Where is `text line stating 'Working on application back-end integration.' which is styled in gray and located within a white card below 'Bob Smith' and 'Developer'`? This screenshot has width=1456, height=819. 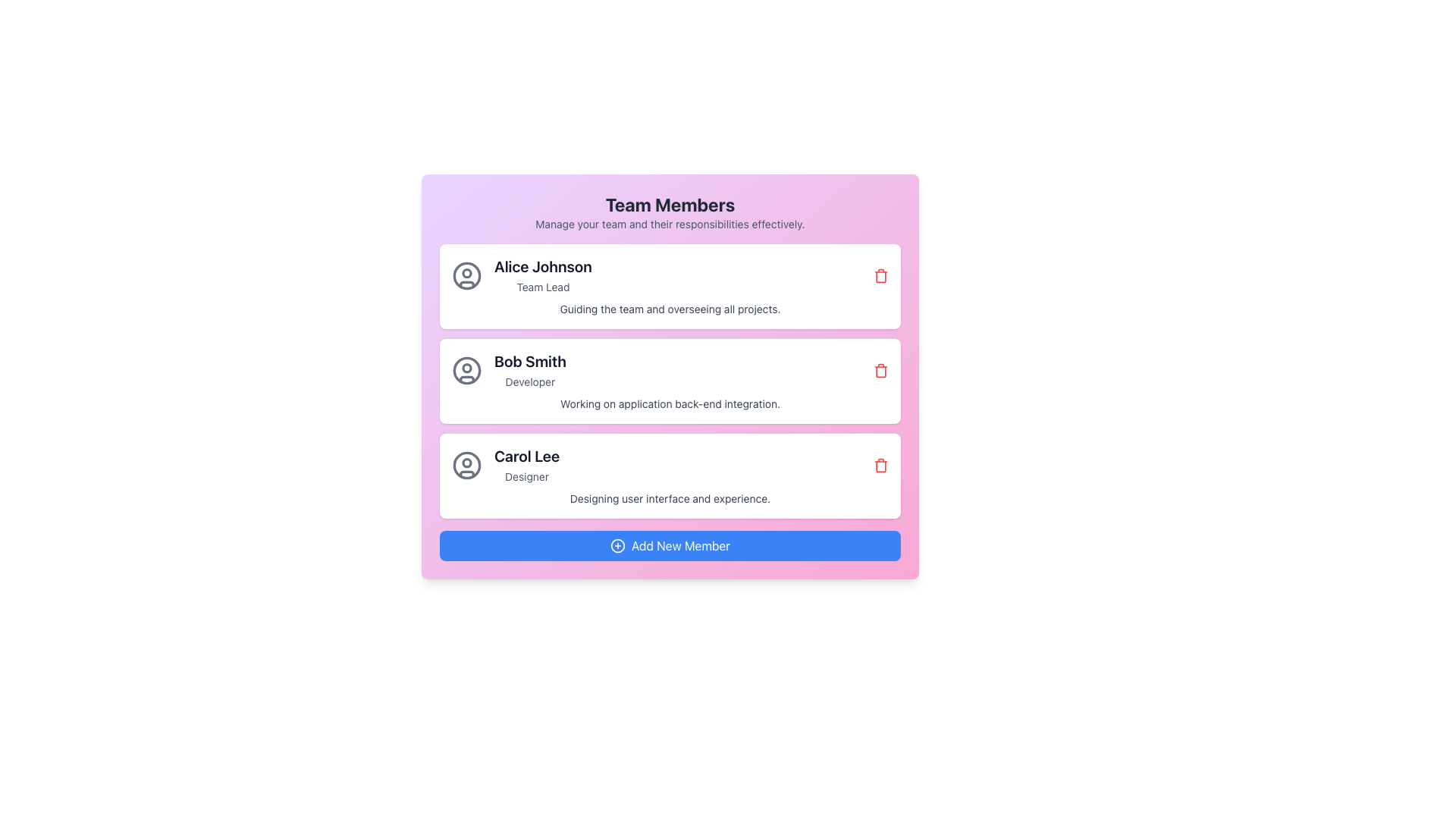 text line stating 'Working on application back-end integration.' which is styled in gray and located within a white card below 'Bob Smith' and 'Developer' is located at coordinates (669, 403).